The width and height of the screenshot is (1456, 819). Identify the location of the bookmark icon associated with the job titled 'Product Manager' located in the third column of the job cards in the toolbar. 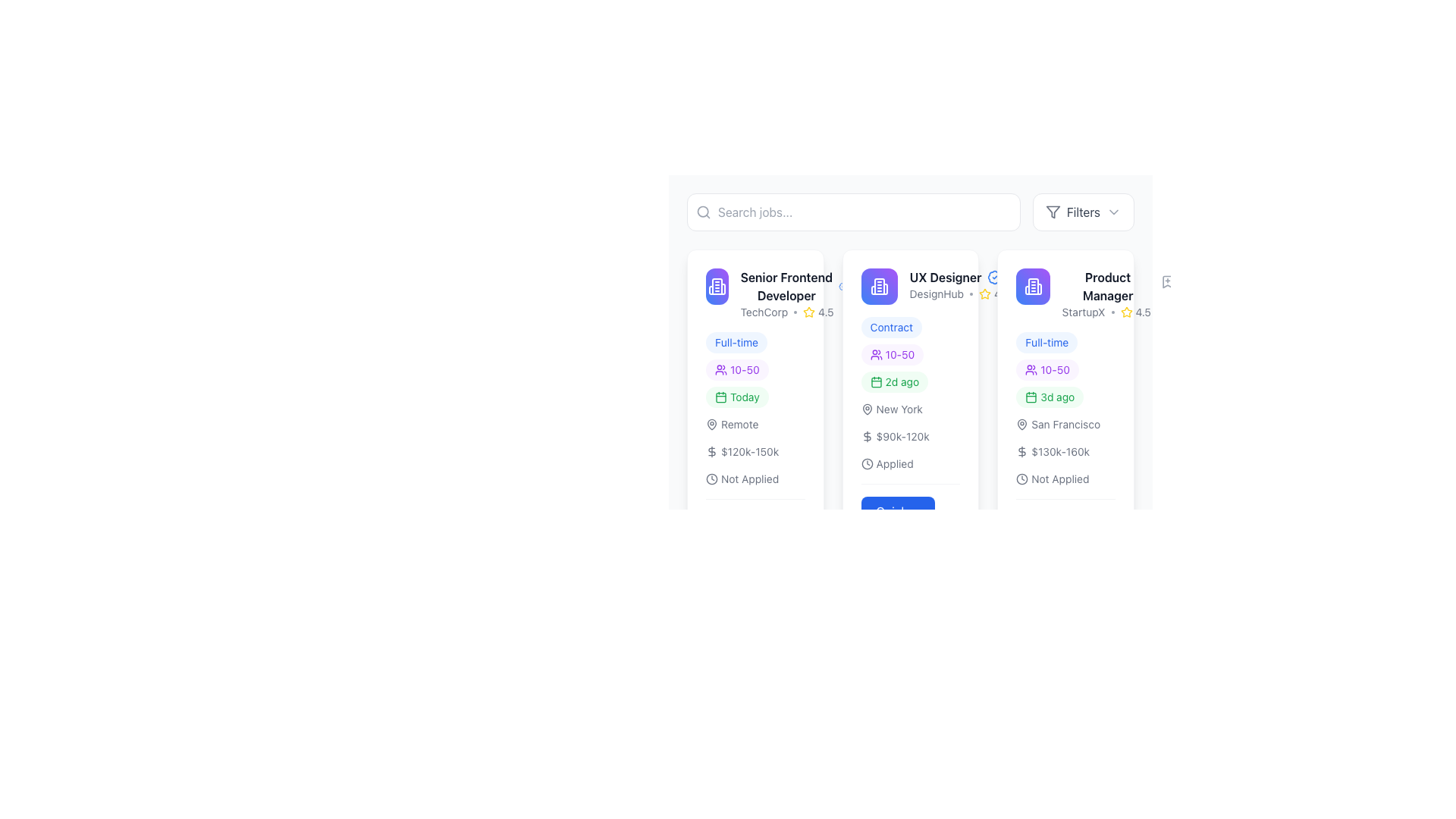
(1023, 281).